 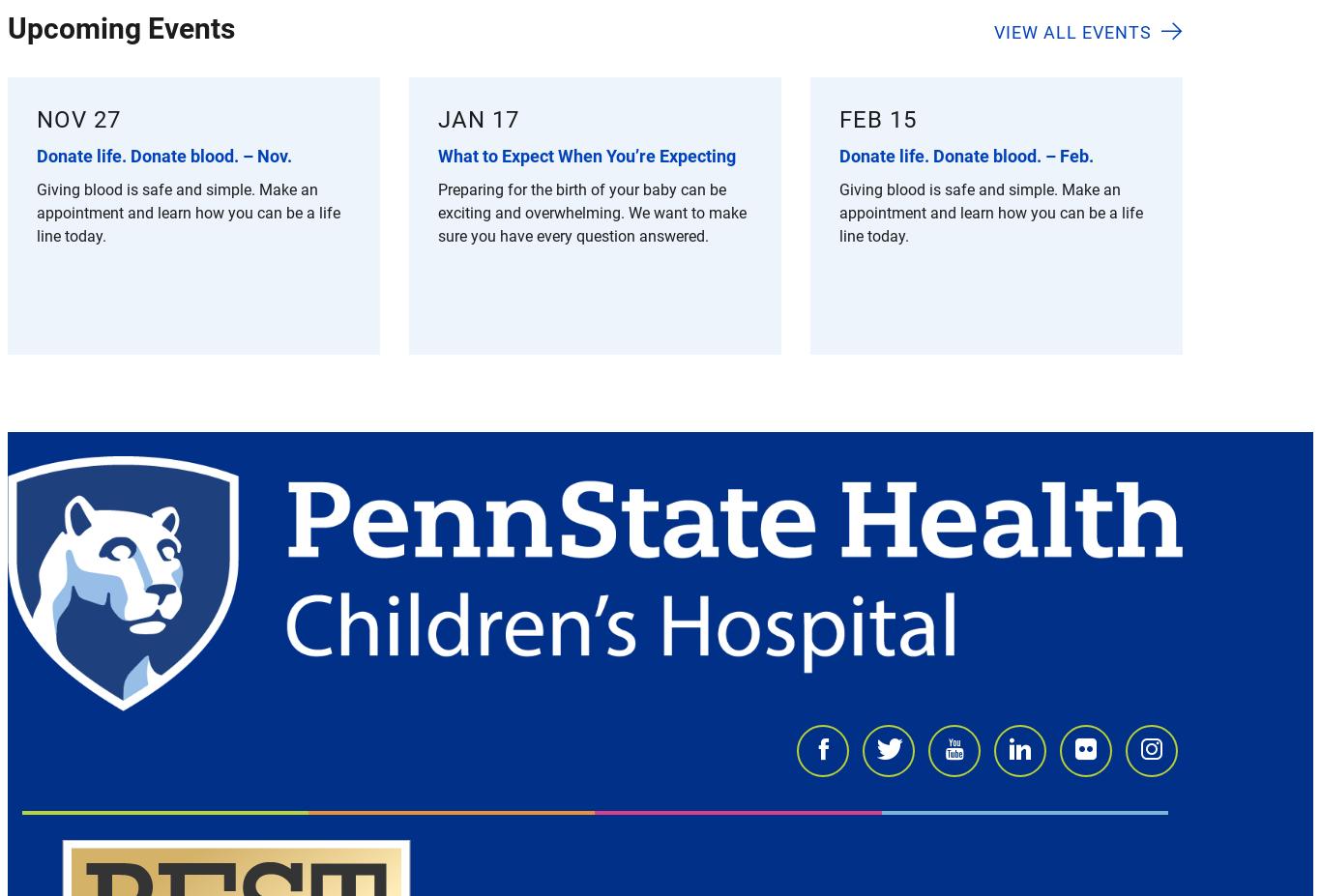 I want to click on 'Nov 27', so click(x=78, y=119).